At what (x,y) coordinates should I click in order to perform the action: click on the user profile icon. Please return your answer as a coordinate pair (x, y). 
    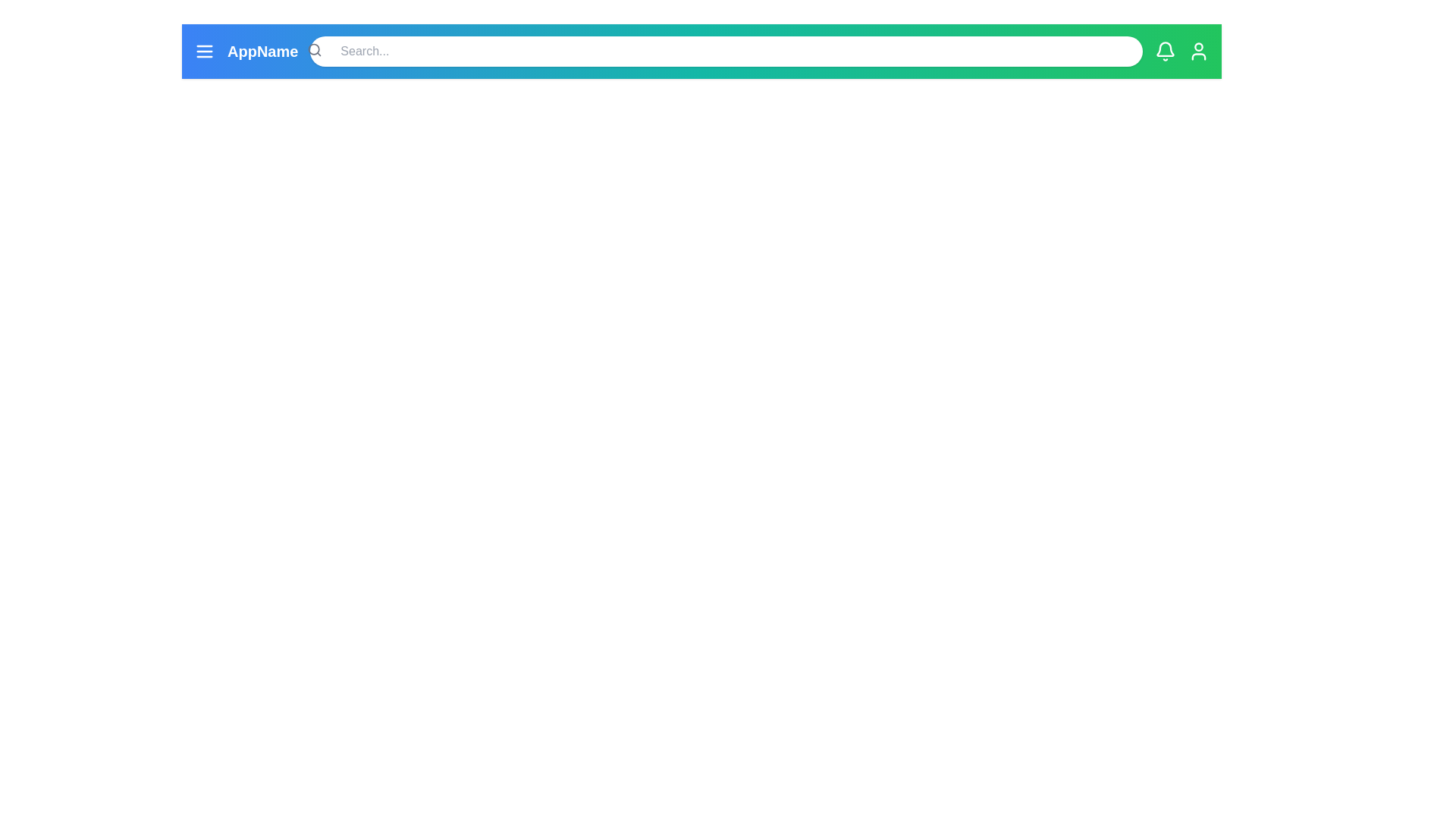
    Looking at the image, I should click on (1197, 51).